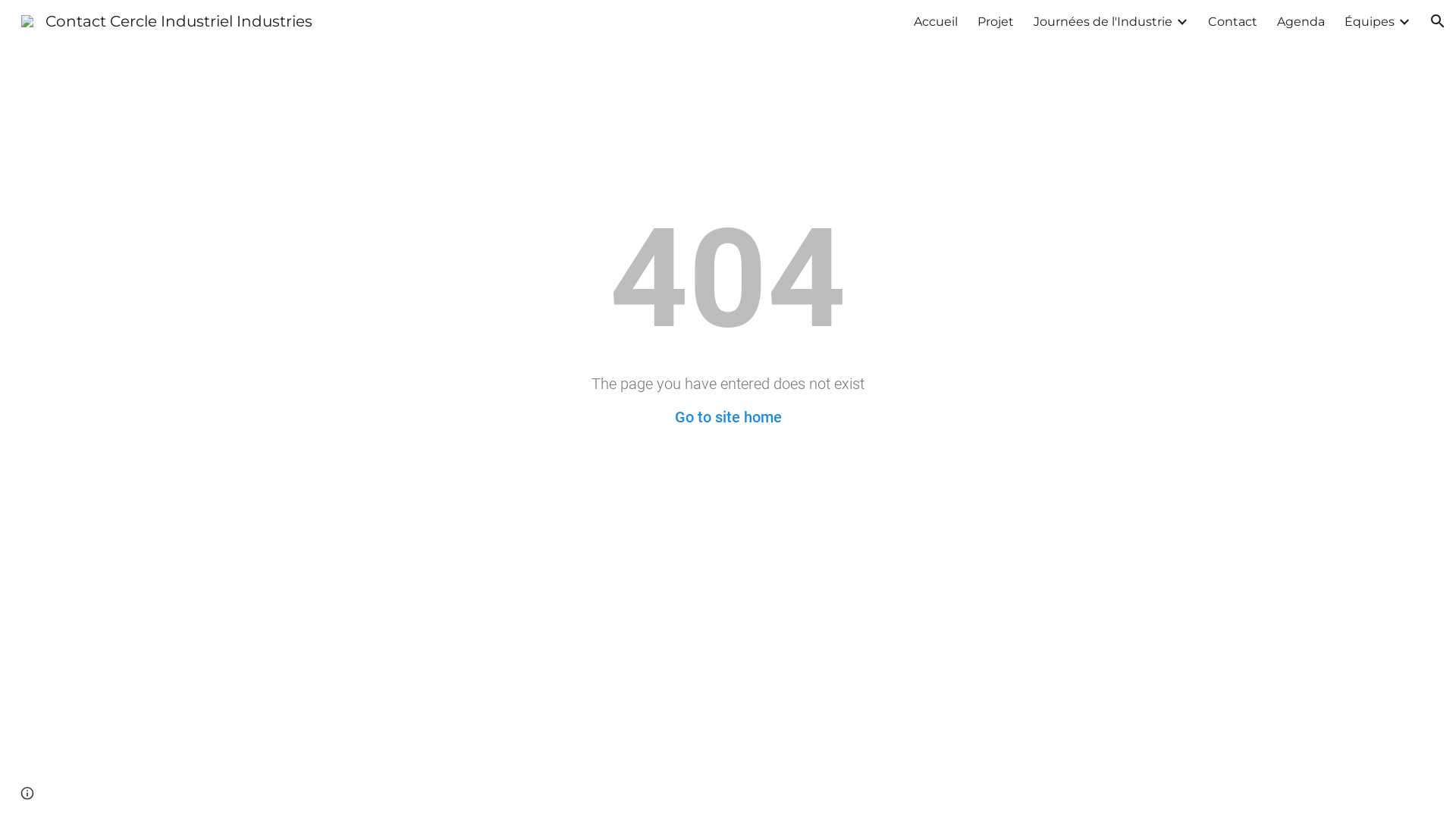 The image size is (1456, 819). I want to click on 'Accueil', so click(912, 20).